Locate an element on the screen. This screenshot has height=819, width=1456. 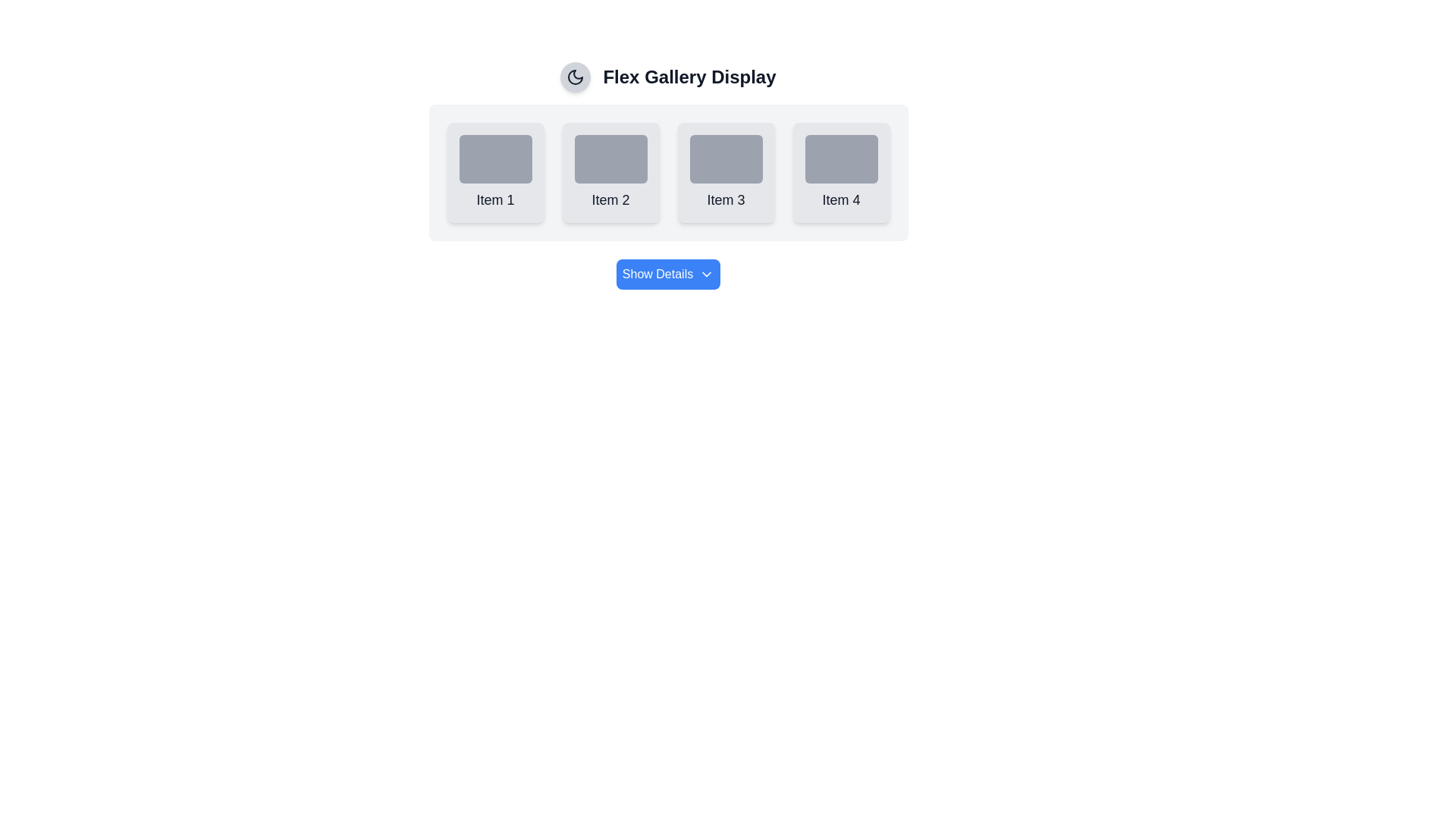
the crescent moon icon located at the top of the interface, adjacent to the 'Flex Gallery Display' title is located at coordinates (575, 77).